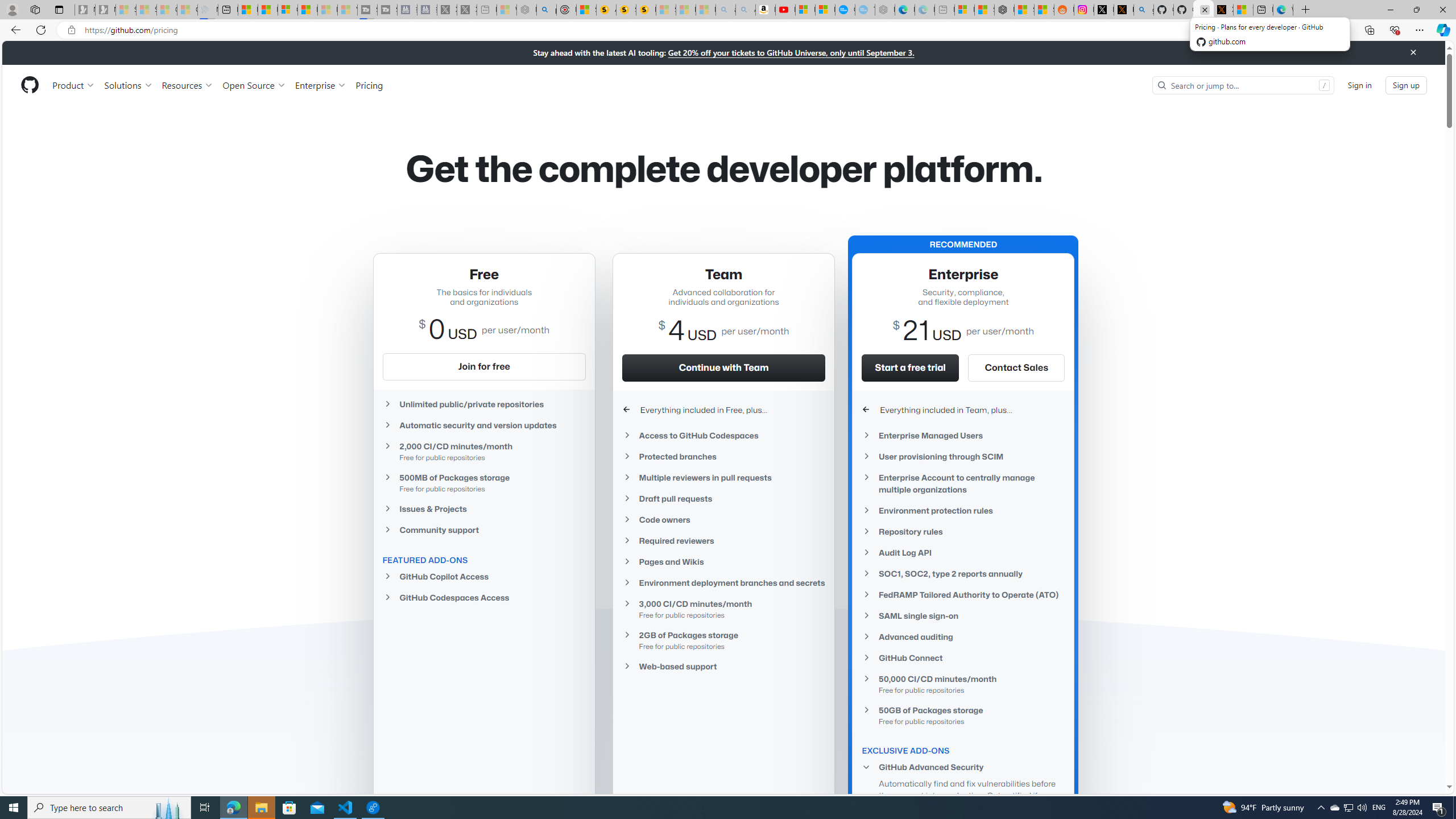  I want to click on 'Nordace - Duffels', so click(1004, 9).